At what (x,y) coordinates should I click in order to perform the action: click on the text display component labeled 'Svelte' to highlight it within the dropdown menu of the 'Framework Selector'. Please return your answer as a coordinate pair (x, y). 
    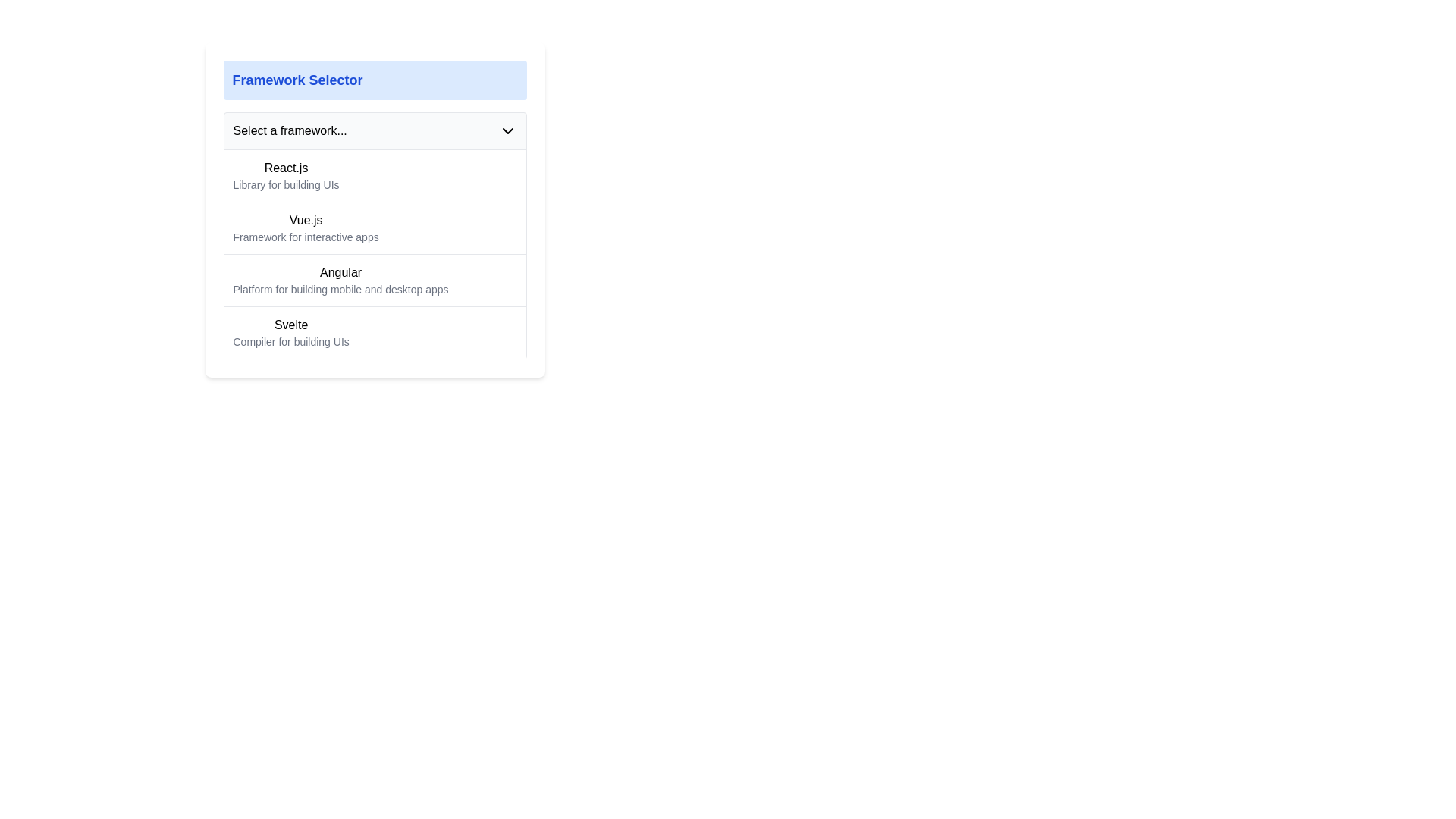
    Looking at the image, I should click on (291, 332).